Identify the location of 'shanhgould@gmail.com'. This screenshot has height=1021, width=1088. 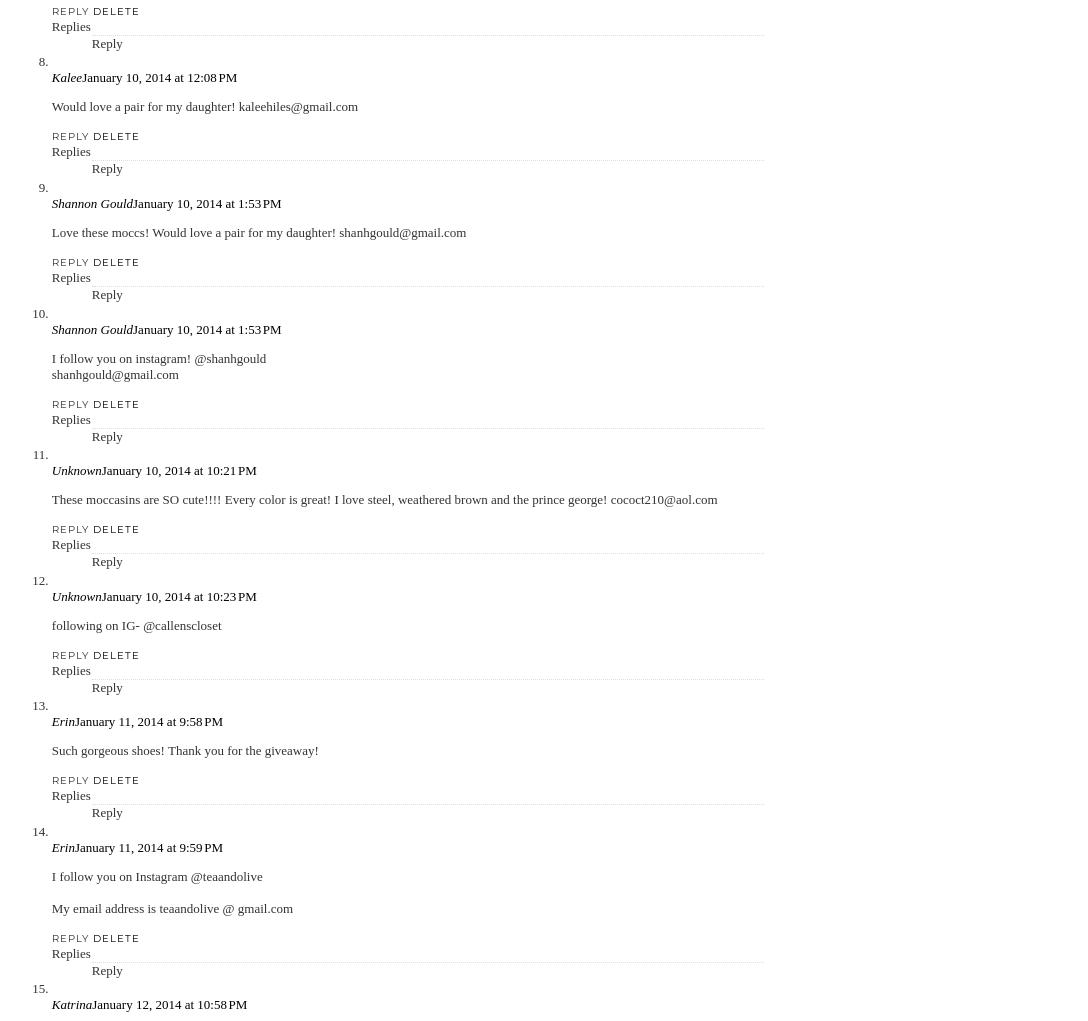
(51, 373).